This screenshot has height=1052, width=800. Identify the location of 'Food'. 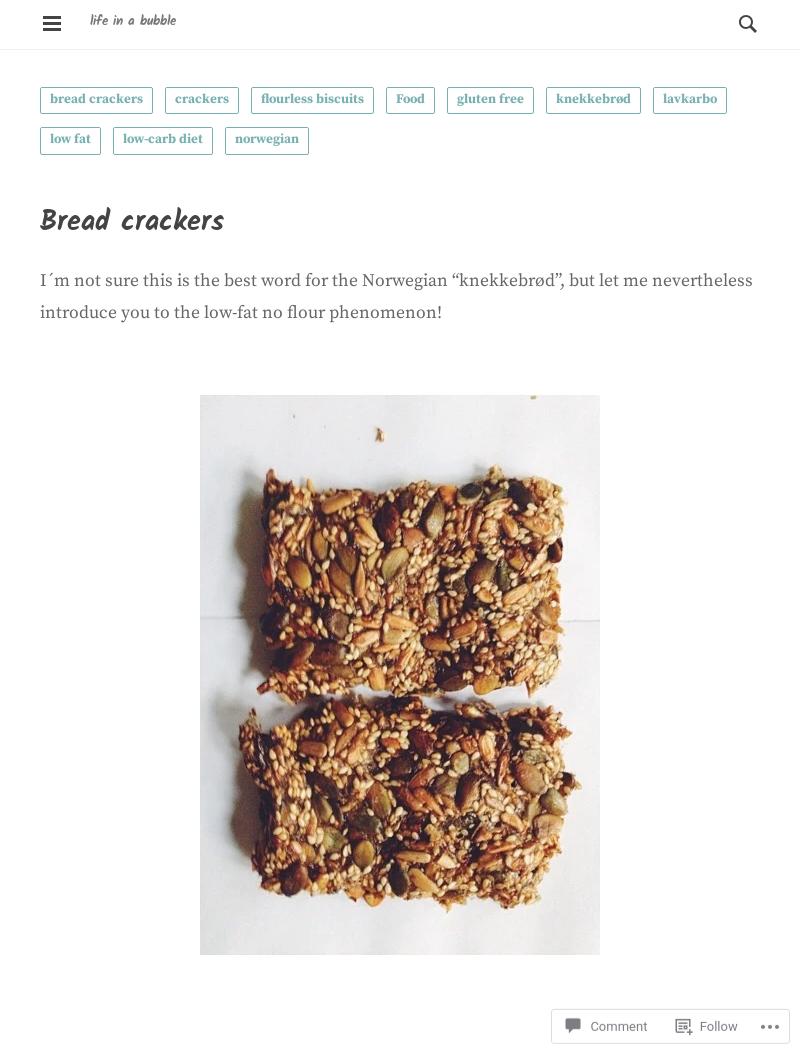
(410, 98).